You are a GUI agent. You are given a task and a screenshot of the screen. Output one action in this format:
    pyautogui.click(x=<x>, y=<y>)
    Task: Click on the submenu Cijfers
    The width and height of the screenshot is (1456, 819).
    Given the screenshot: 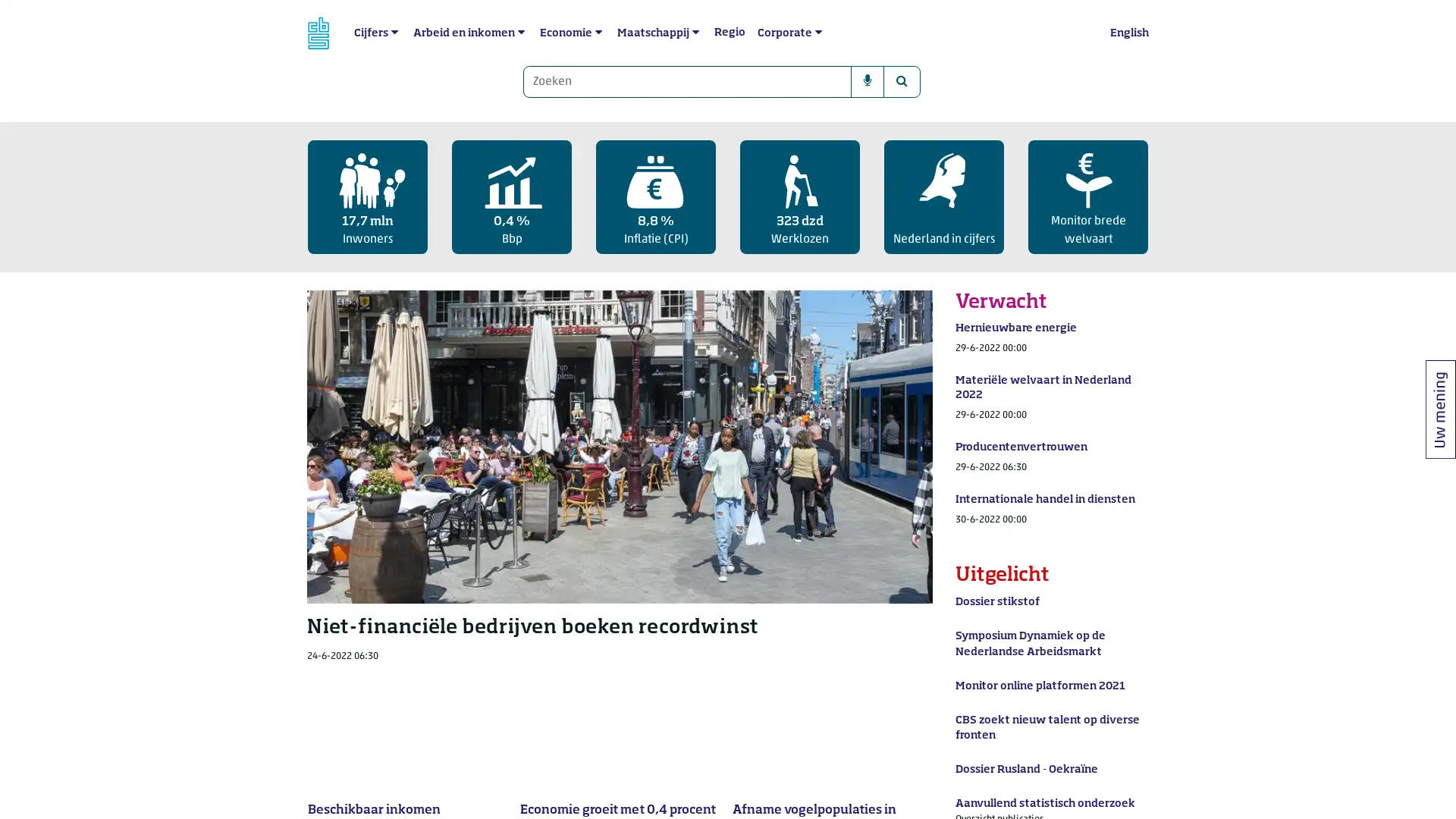 What is the action you would take?
    pyautogui.click(x=394, y=32)
    